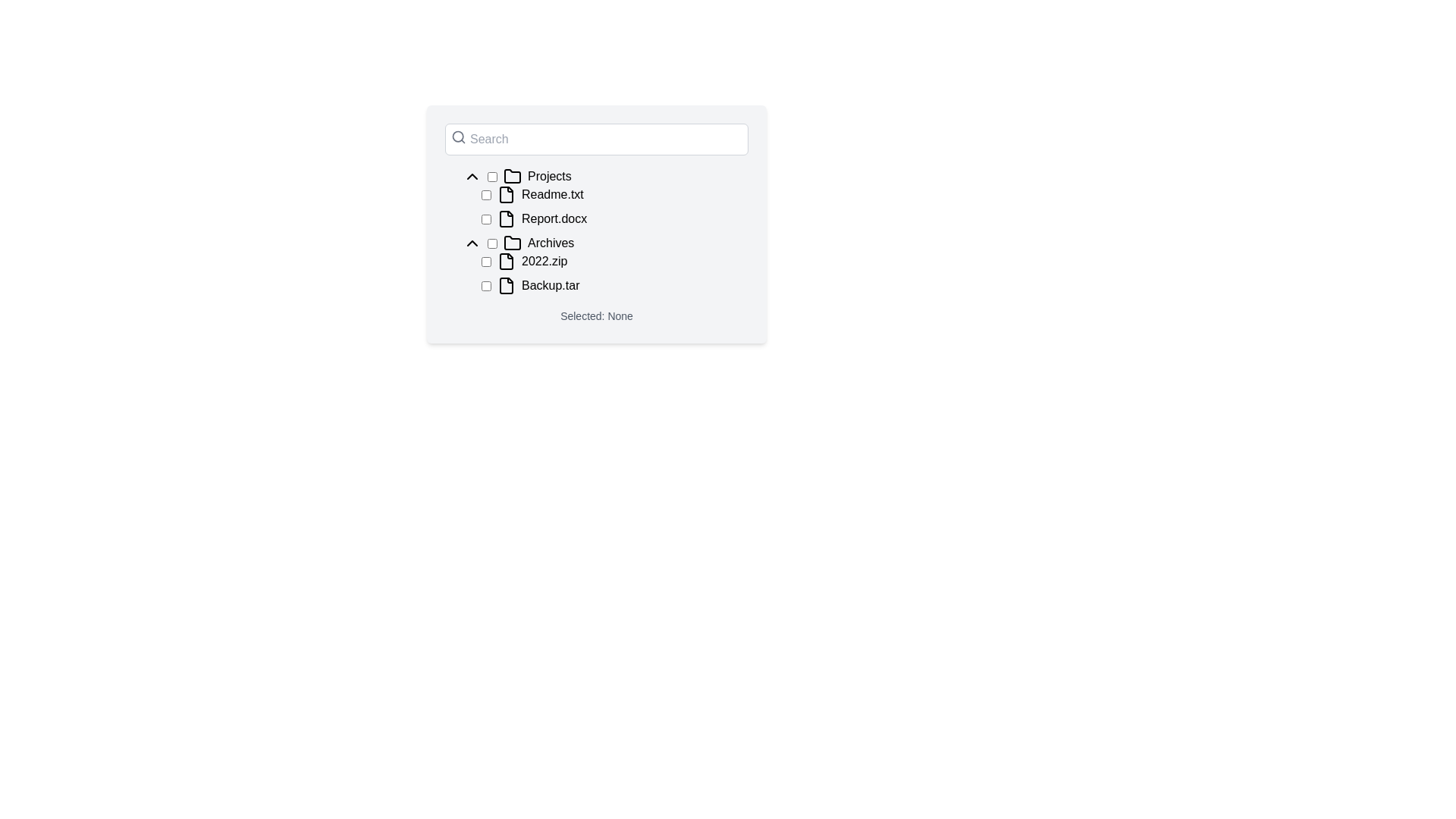  I want to click on the file named 'Report.docx' by clicking its associated checkbox located in the file list interface under the 'Projects' folder, so click(596, 224).